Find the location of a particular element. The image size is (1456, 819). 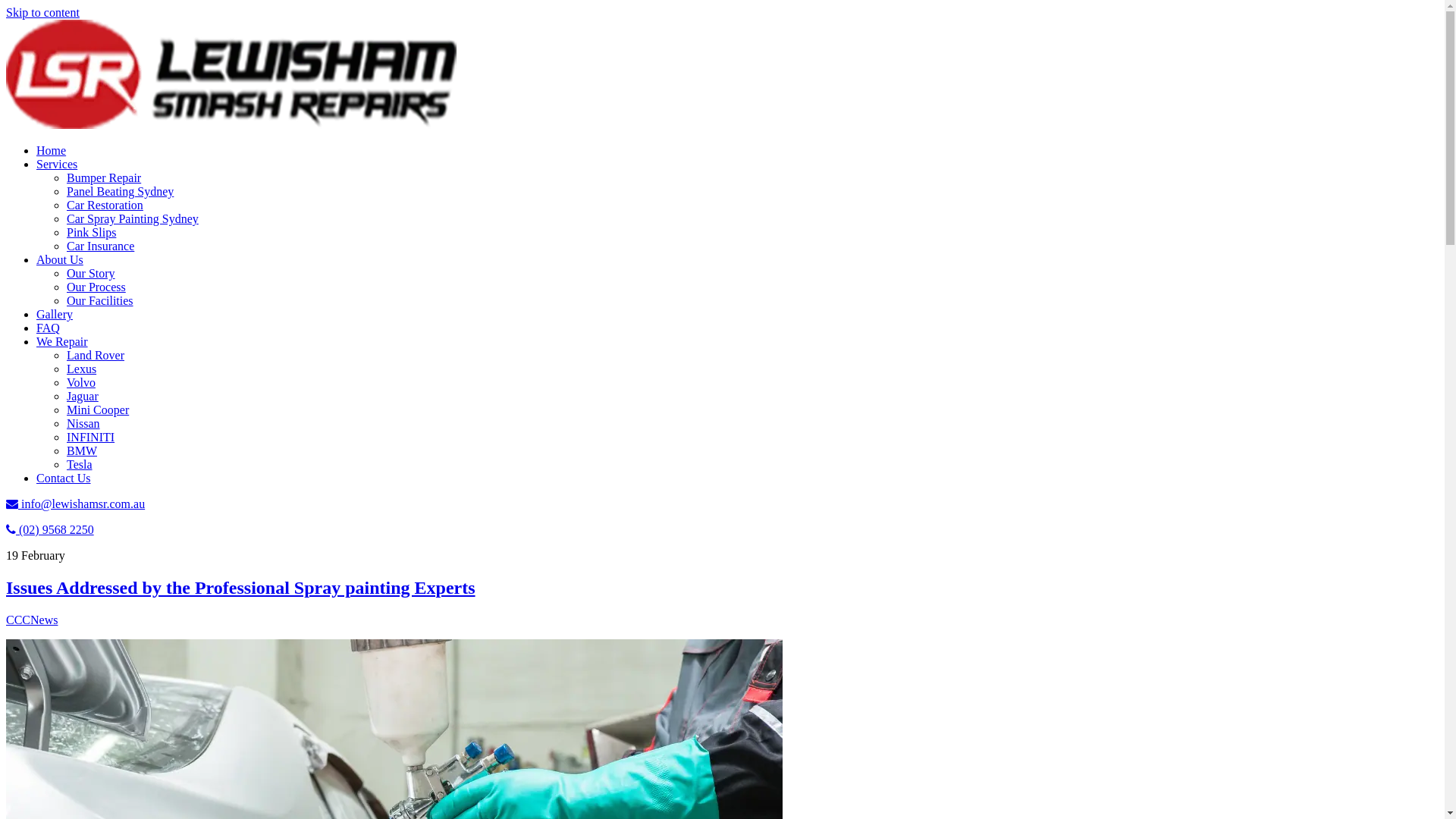

'Gallery' is located at coordinates (55, 313).